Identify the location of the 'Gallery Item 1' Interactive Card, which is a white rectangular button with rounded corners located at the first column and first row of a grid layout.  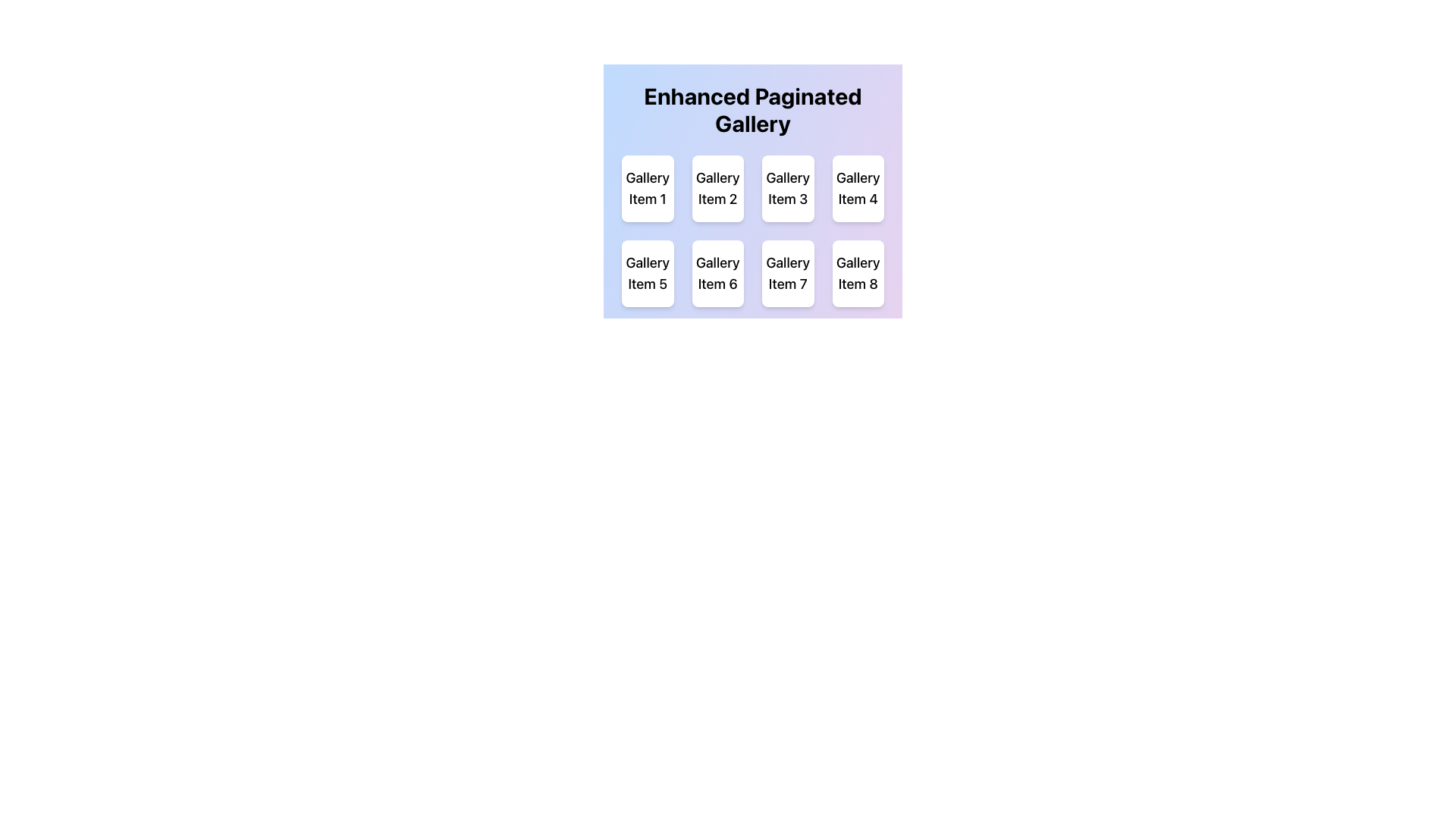
(648, 188).